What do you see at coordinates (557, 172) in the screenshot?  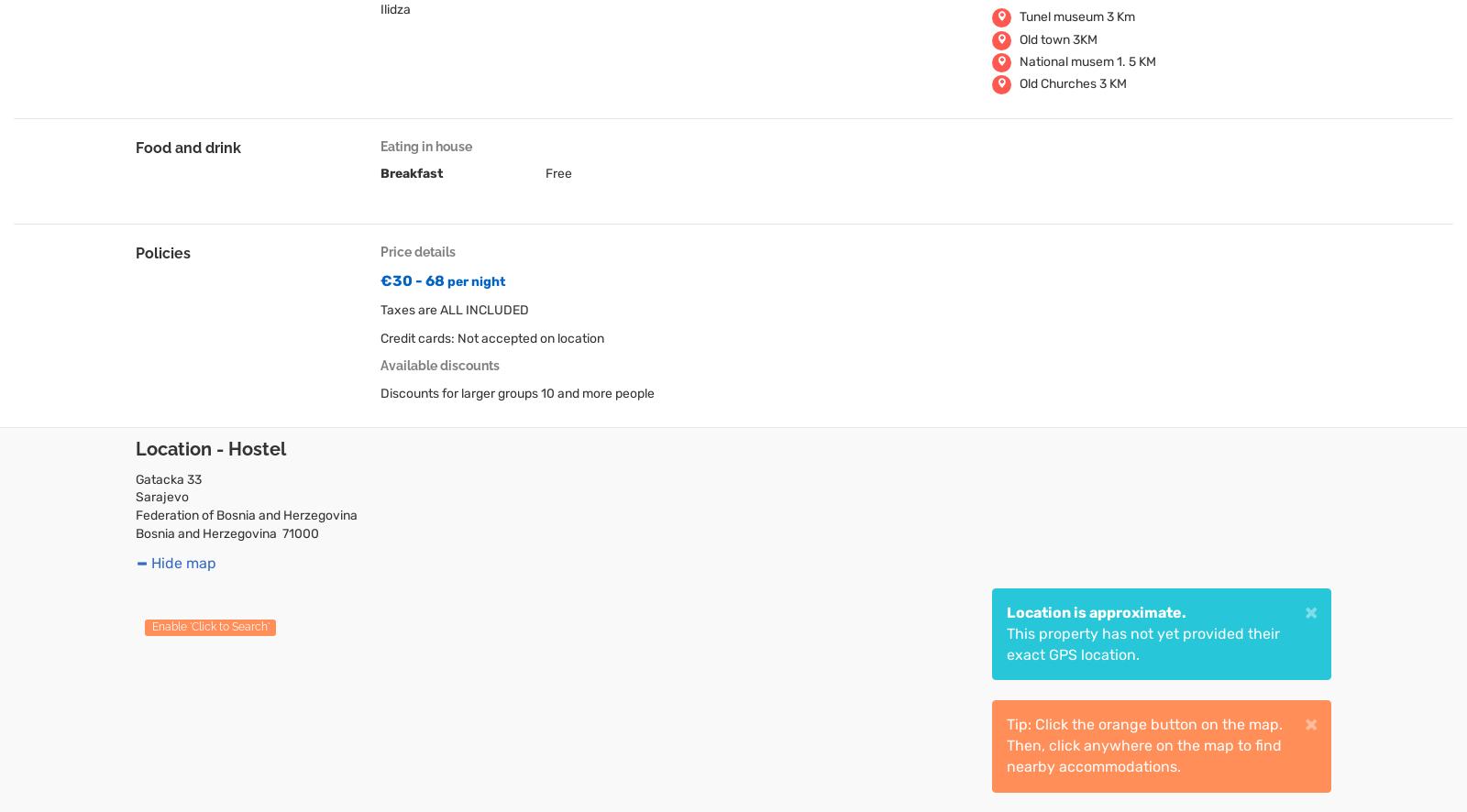 I see `'Free'` at bounding box center [557, 172].